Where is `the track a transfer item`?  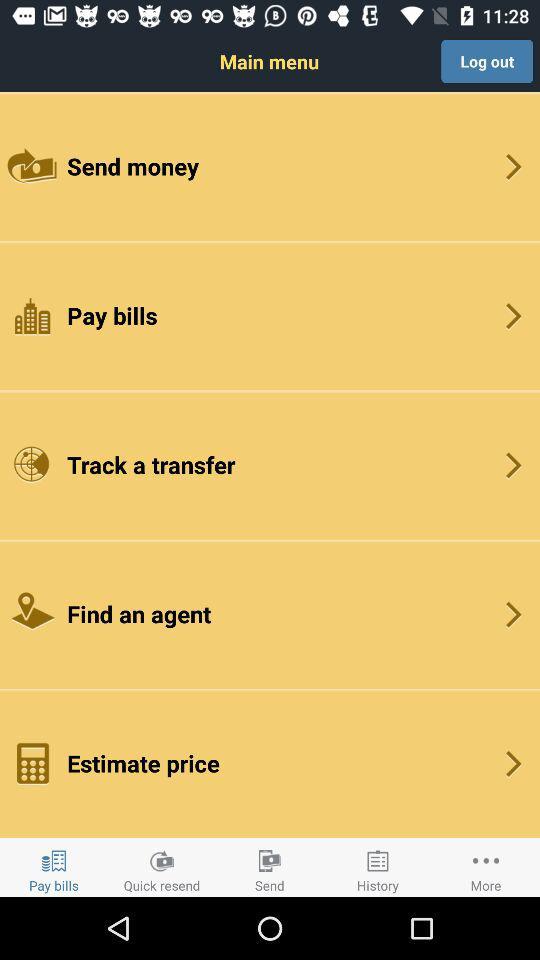
the track a transfer item is located at coordinates (270, 465).